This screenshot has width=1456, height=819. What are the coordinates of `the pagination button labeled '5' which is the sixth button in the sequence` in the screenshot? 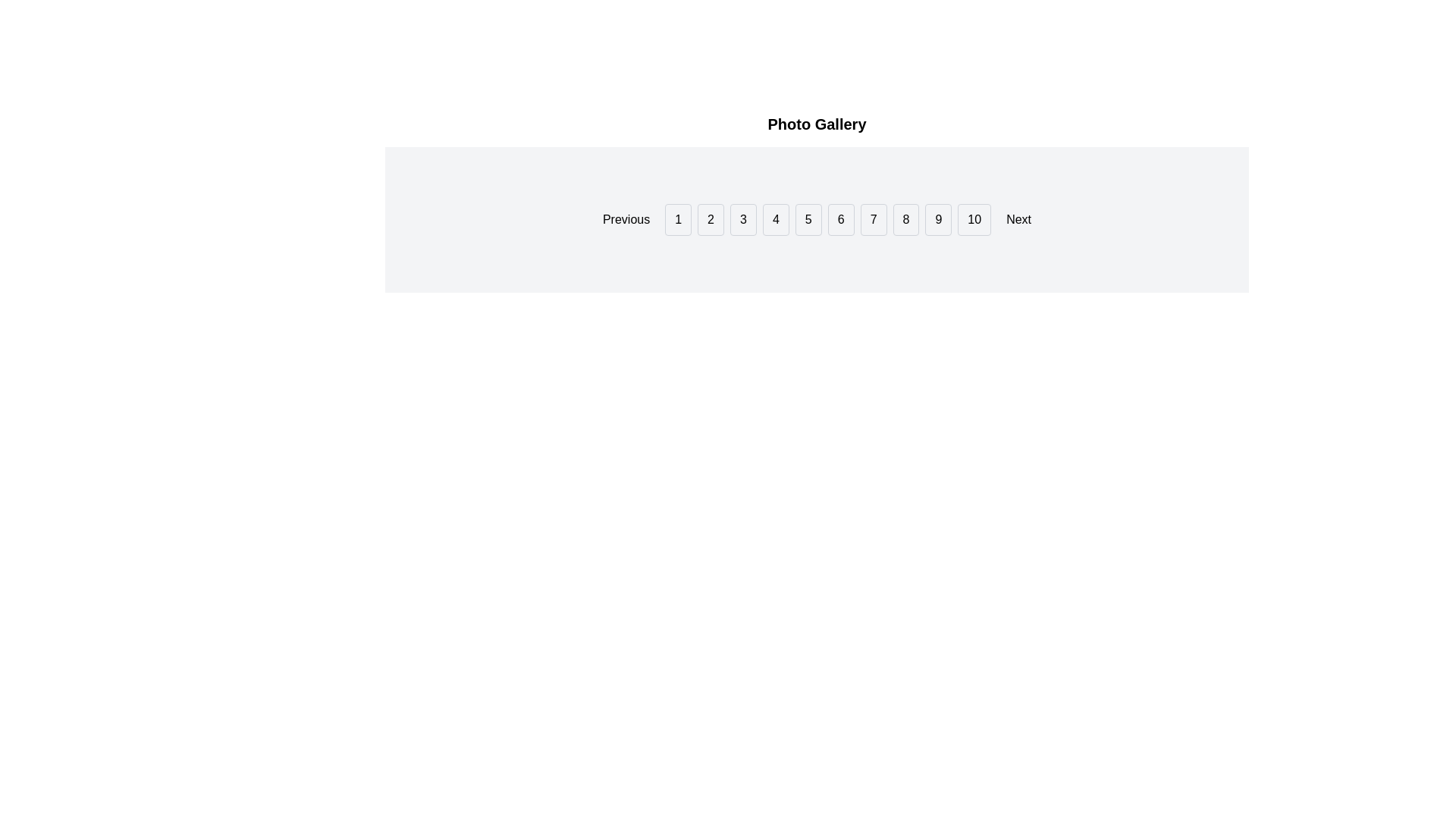 It's located at (808, 219).